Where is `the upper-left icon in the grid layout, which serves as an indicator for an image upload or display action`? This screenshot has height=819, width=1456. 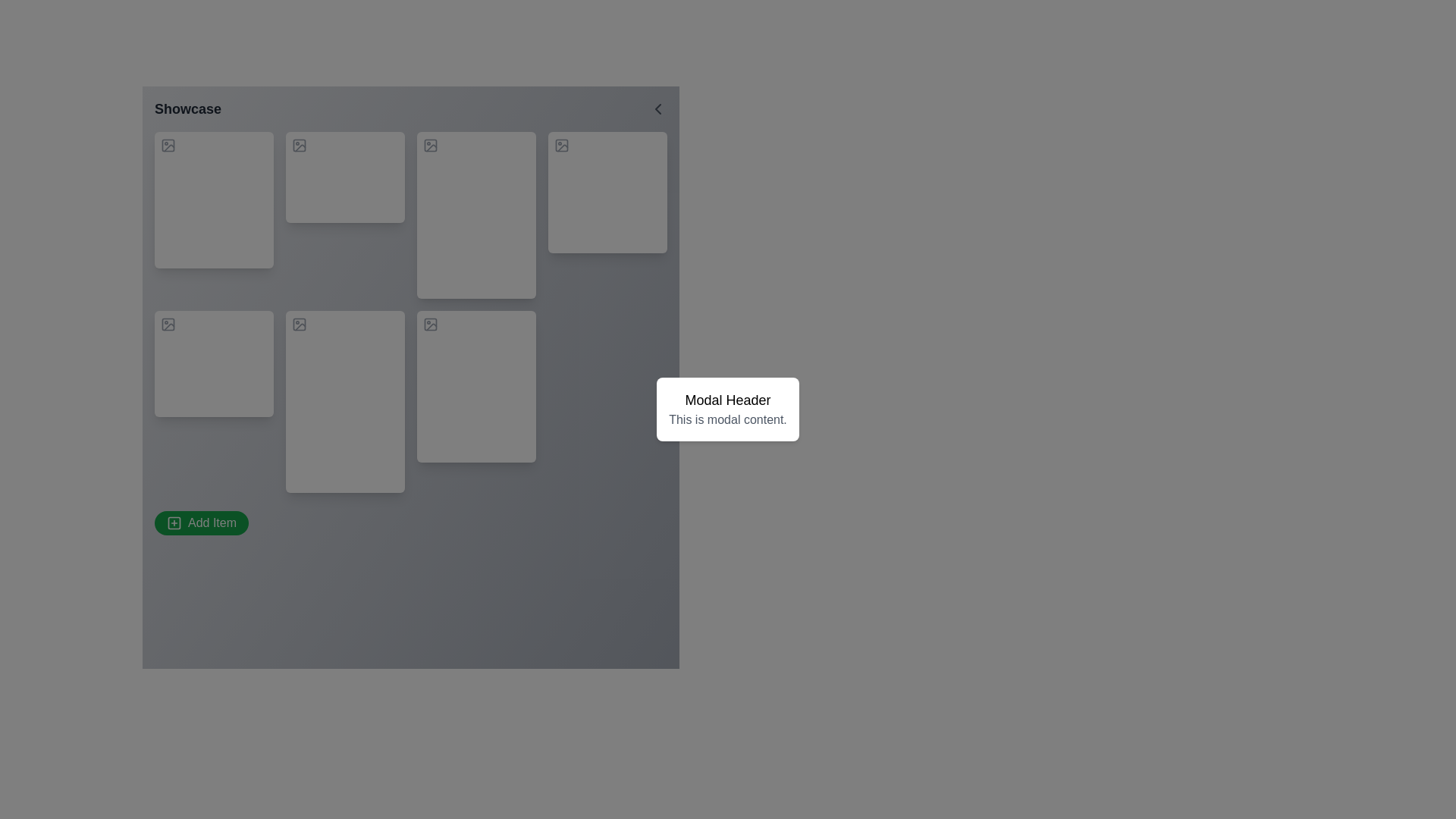 the upper-left icon in the grid layout, which serves as an indicator for an image upload or display action is located at coordinates (168, 146).